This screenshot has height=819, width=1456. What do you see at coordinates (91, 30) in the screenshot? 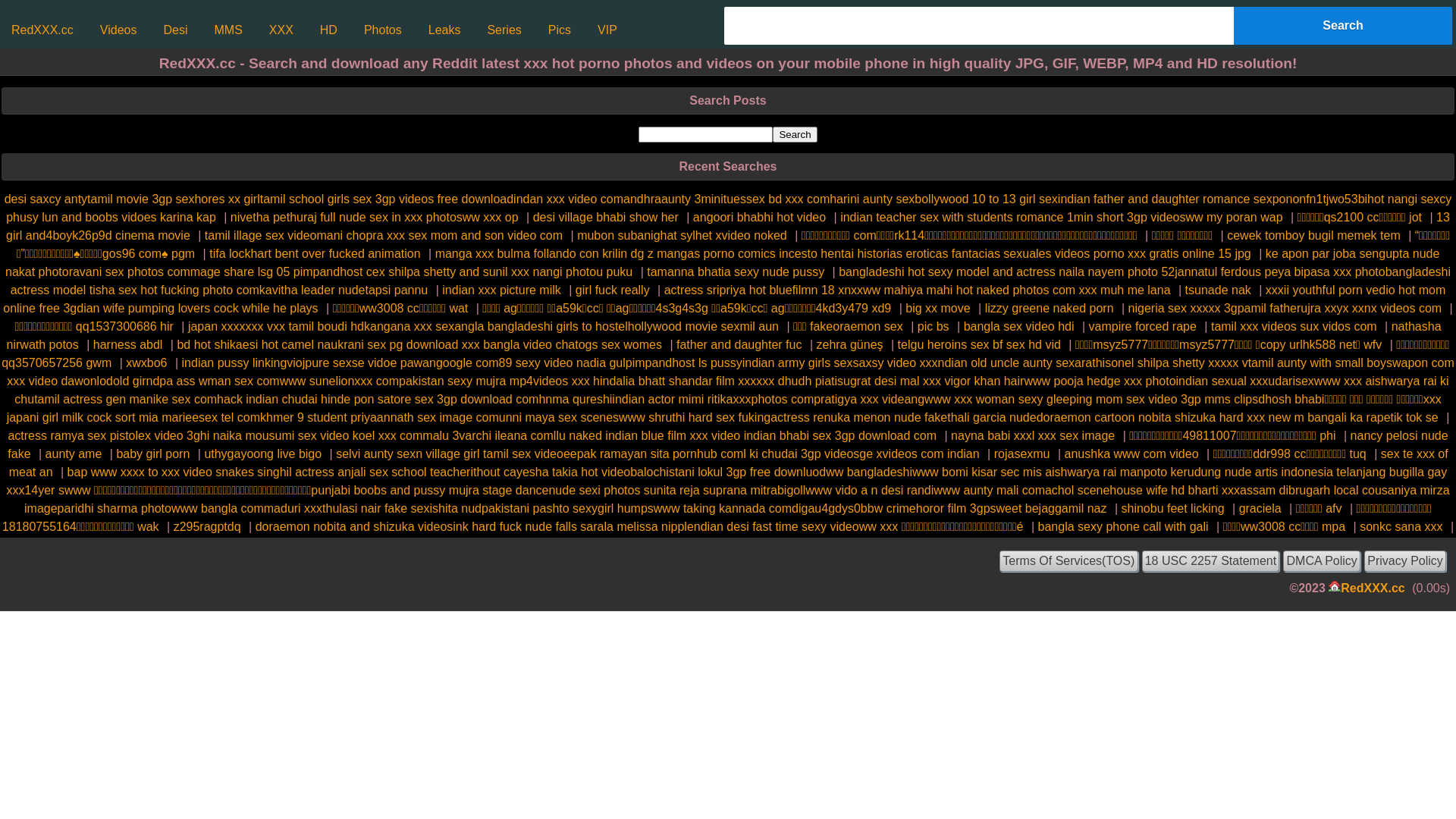
I see `'Videos'` at bounding box center [91, 30].